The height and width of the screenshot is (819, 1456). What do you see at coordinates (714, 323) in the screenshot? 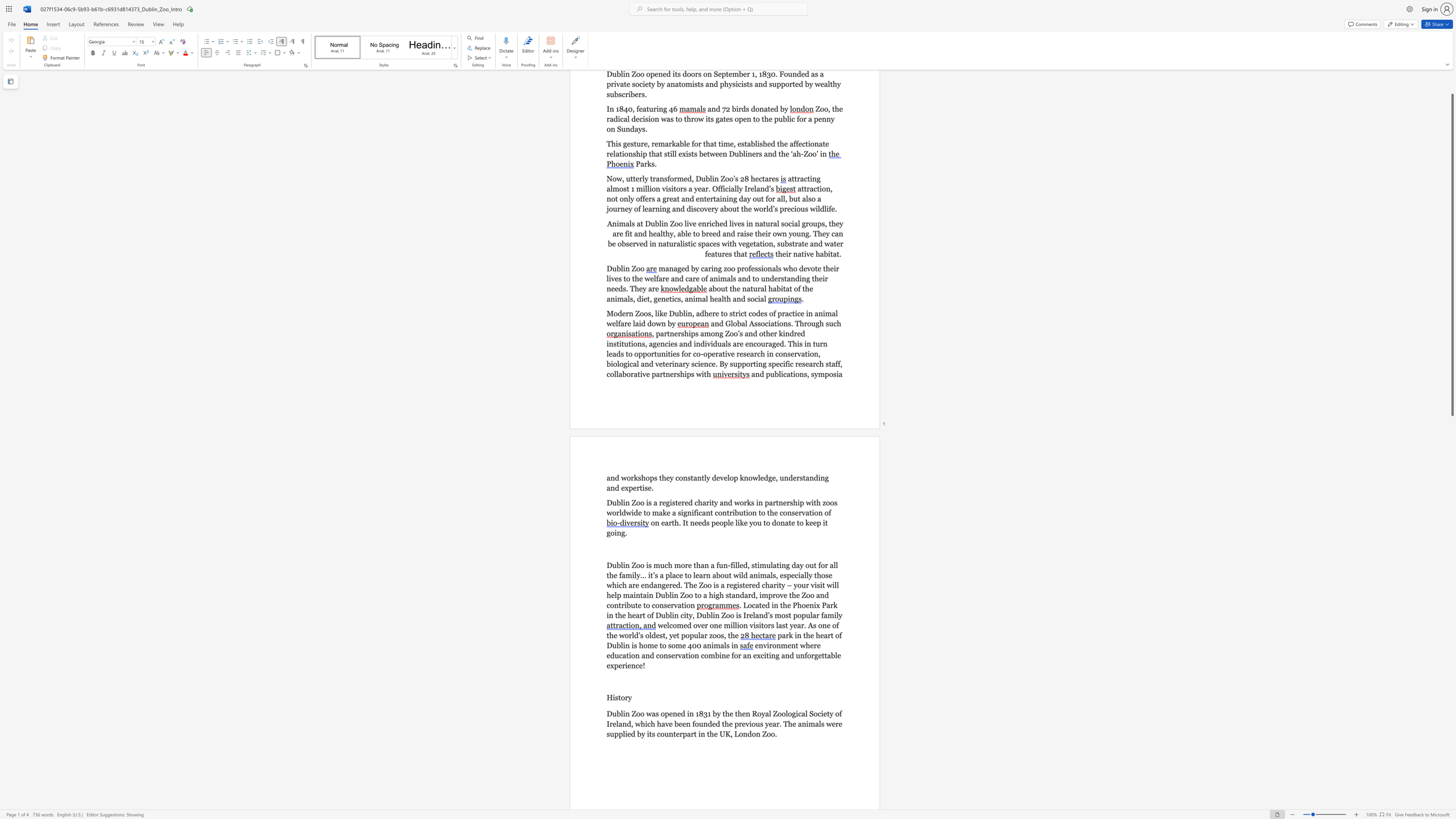
I see `the subset text "nd Global Associations. Thro" within the text "and Global Associations. Through such"` at bounding box center [714, 323].